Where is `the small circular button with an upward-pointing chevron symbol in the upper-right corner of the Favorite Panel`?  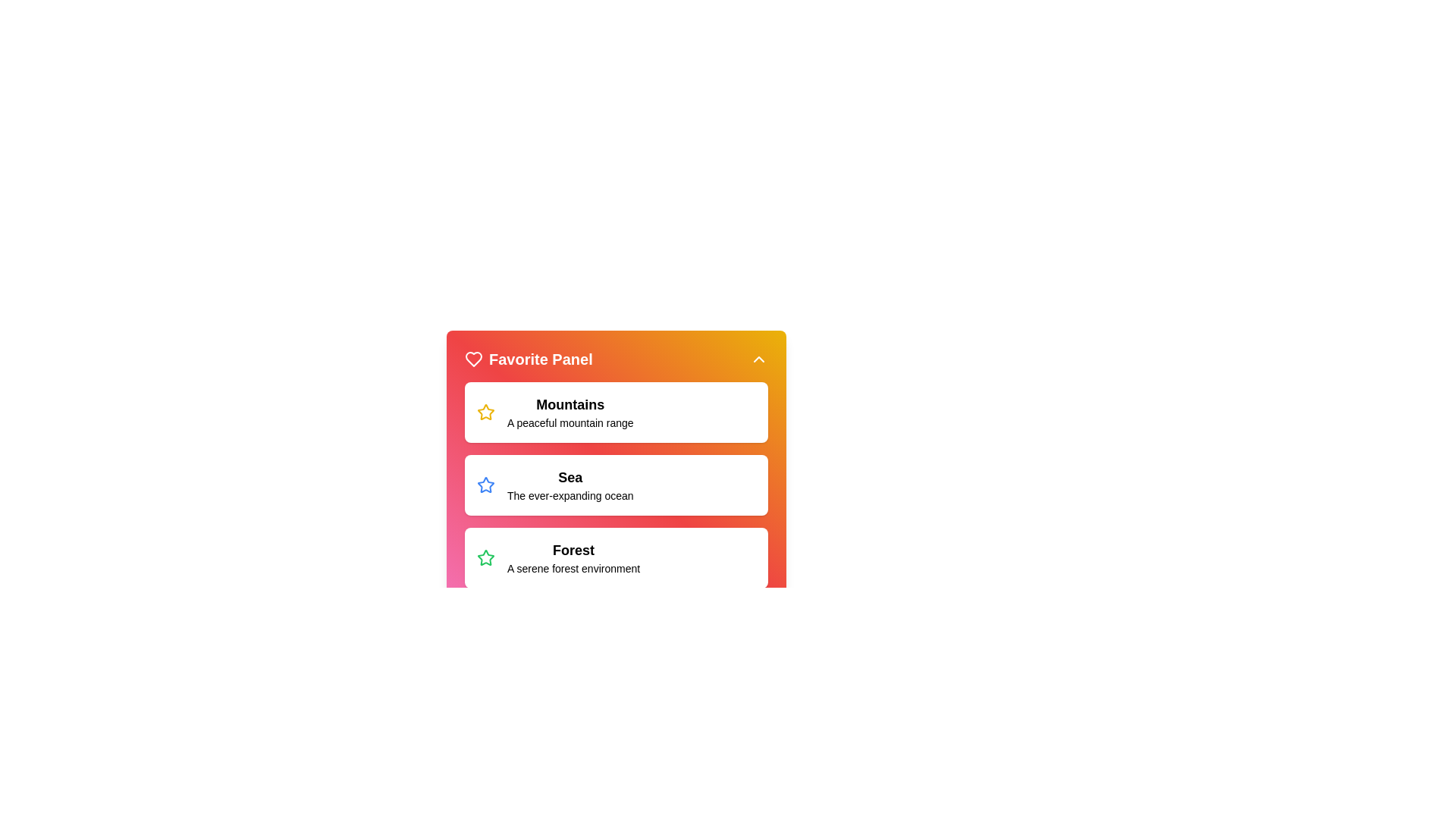
the small circular button with an upward-pointing chevron symbol in the upper-right corner of the Favorite Panel is located at coordinates (759, 359).